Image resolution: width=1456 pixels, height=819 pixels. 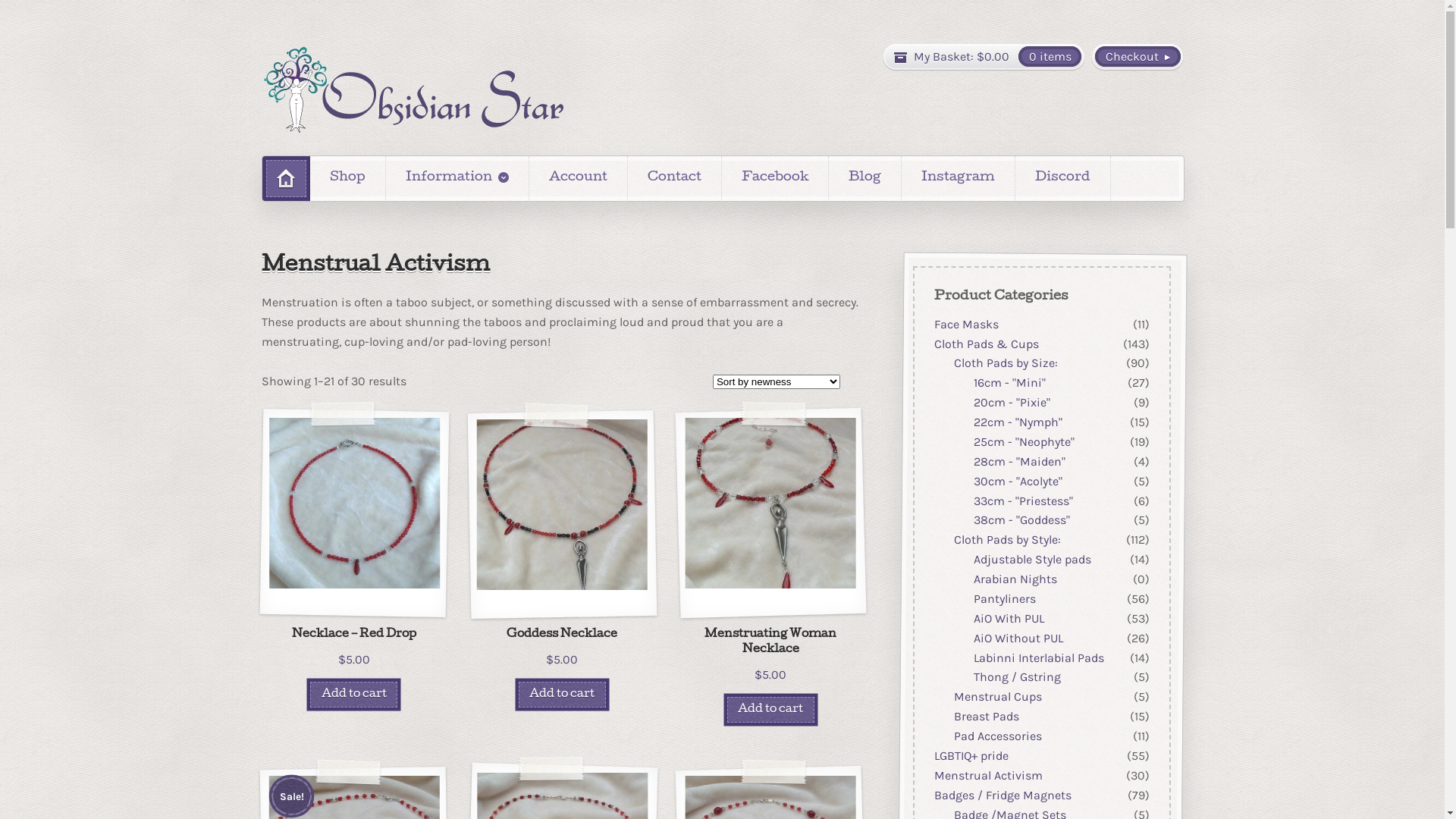 I want to click on 'Blog', so click(x=864, y=177).